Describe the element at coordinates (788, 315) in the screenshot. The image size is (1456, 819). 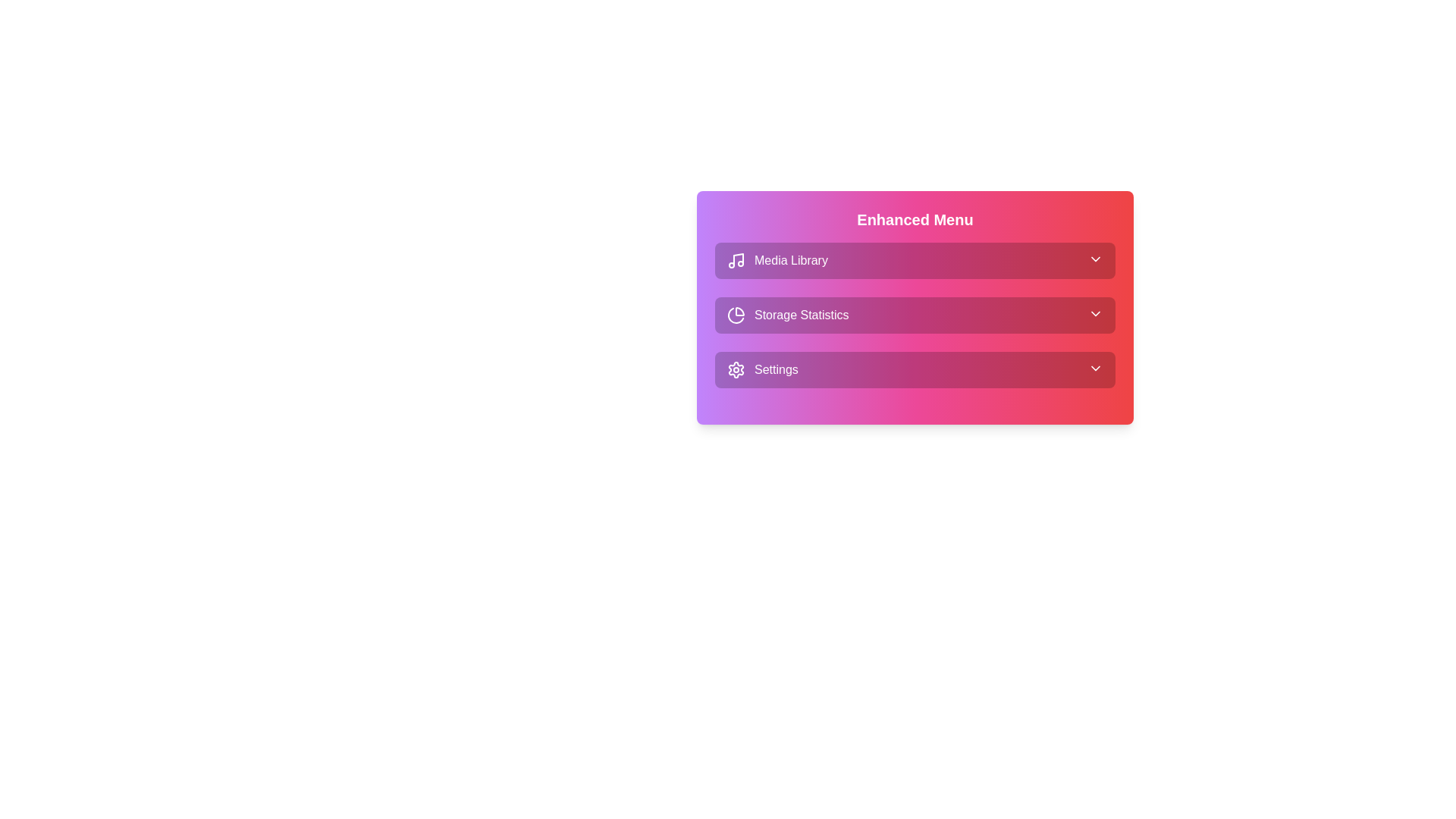
I see `the 'Storage Statistics' menu item, which features a circular pie chart icon to its left and is located in the second row of the enhanced menu panel` at that location.